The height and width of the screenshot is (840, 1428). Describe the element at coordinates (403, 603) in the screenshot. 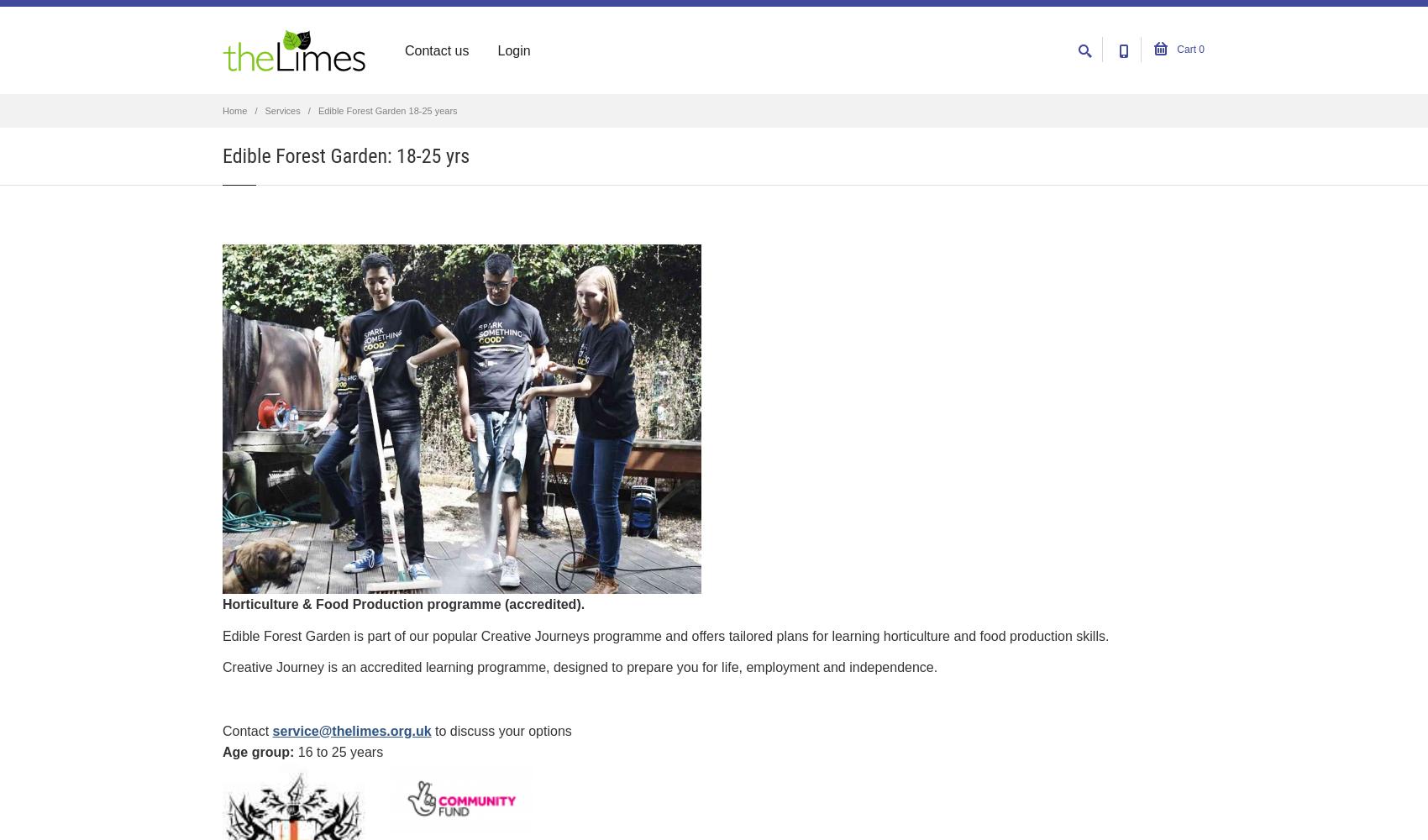

I see `'Horticulture & Food Production programme (accredited).'` at that location.